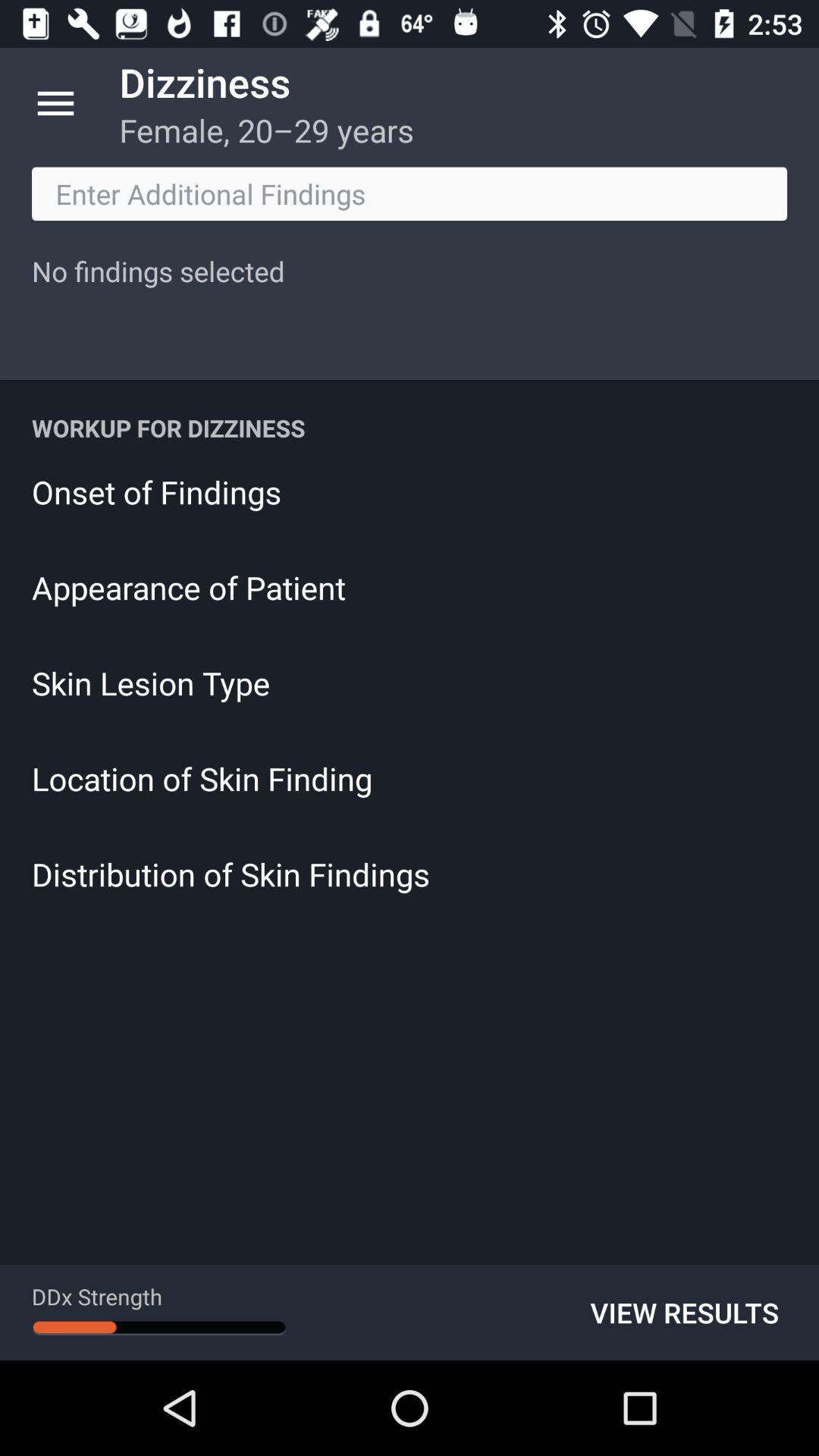  What do you see at coordinates (409, 682) in the screenshot?
I see `skin lesion type item` at bounding box center [409, 682].